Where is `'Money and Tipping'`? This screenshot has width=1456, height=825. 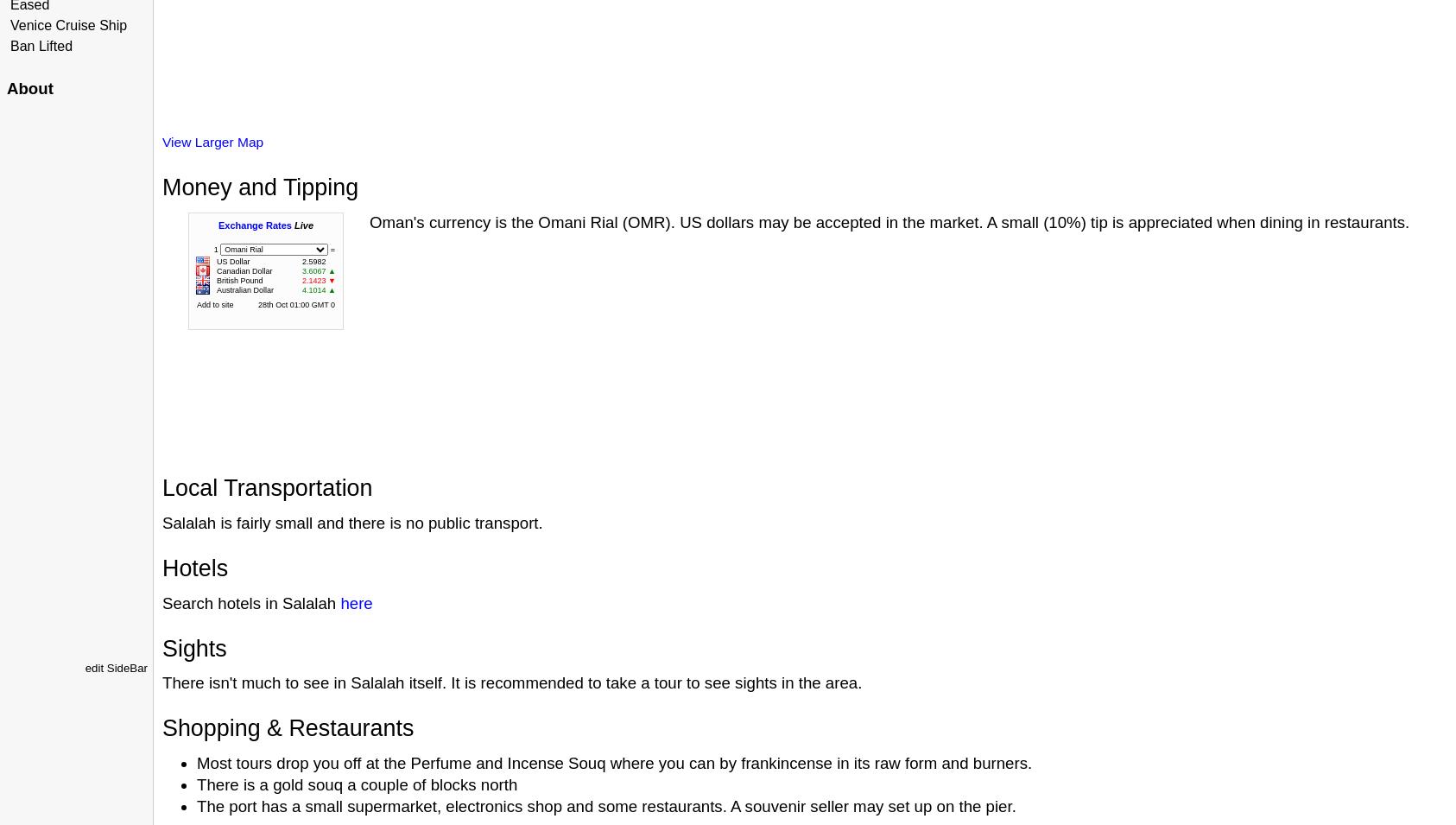 'Money and Tipping' is located at coordinates (259, 187).